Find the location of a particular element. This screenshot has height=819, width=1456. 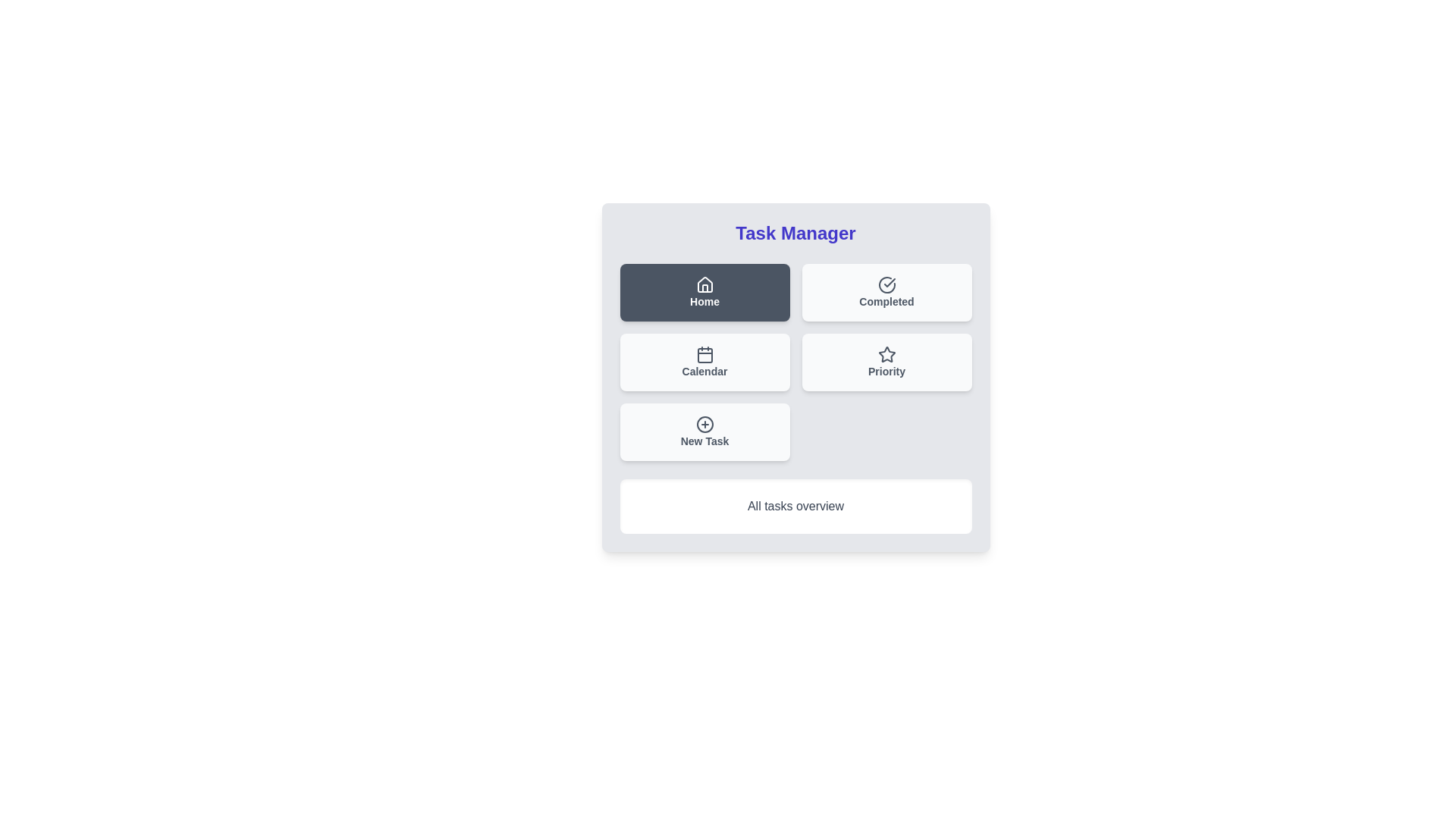

the 'Completed' button which contains a circular icon resembling a checkmark inside a circle, located near the top-right area of the menu grid is located at coordinates (886, 284).